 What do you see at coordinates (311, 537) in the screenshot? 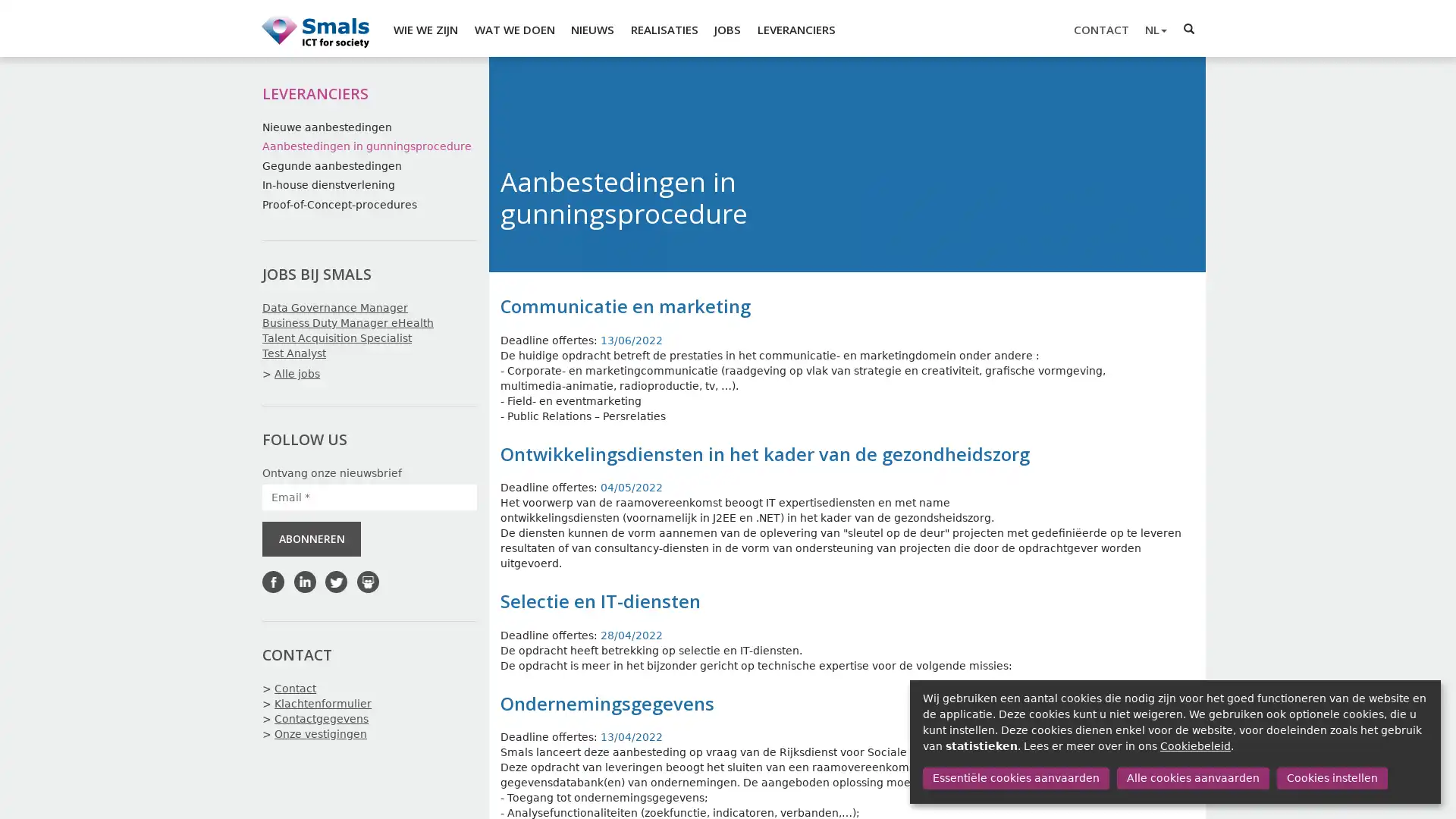
I see `ABONNEREN` at bounding box center [311, 537].